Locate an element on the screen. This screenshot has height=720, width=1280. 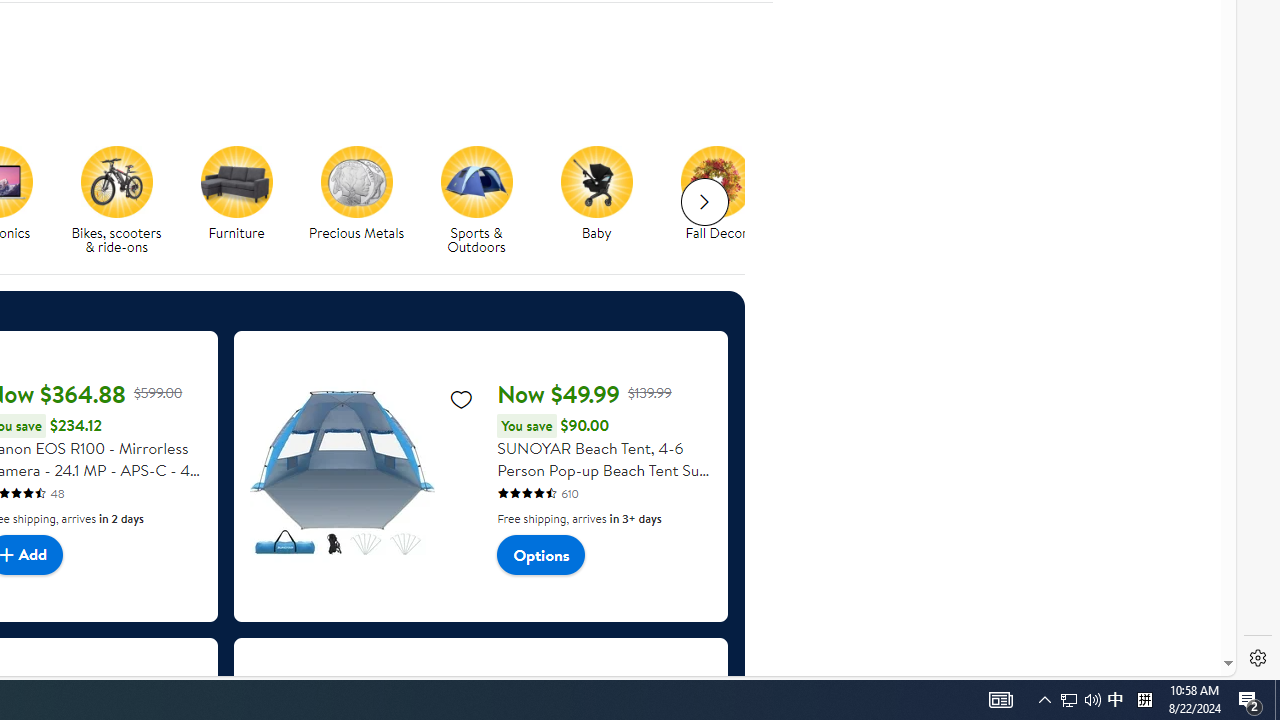
'Fall Decor' is located at coordinates (716, 181).